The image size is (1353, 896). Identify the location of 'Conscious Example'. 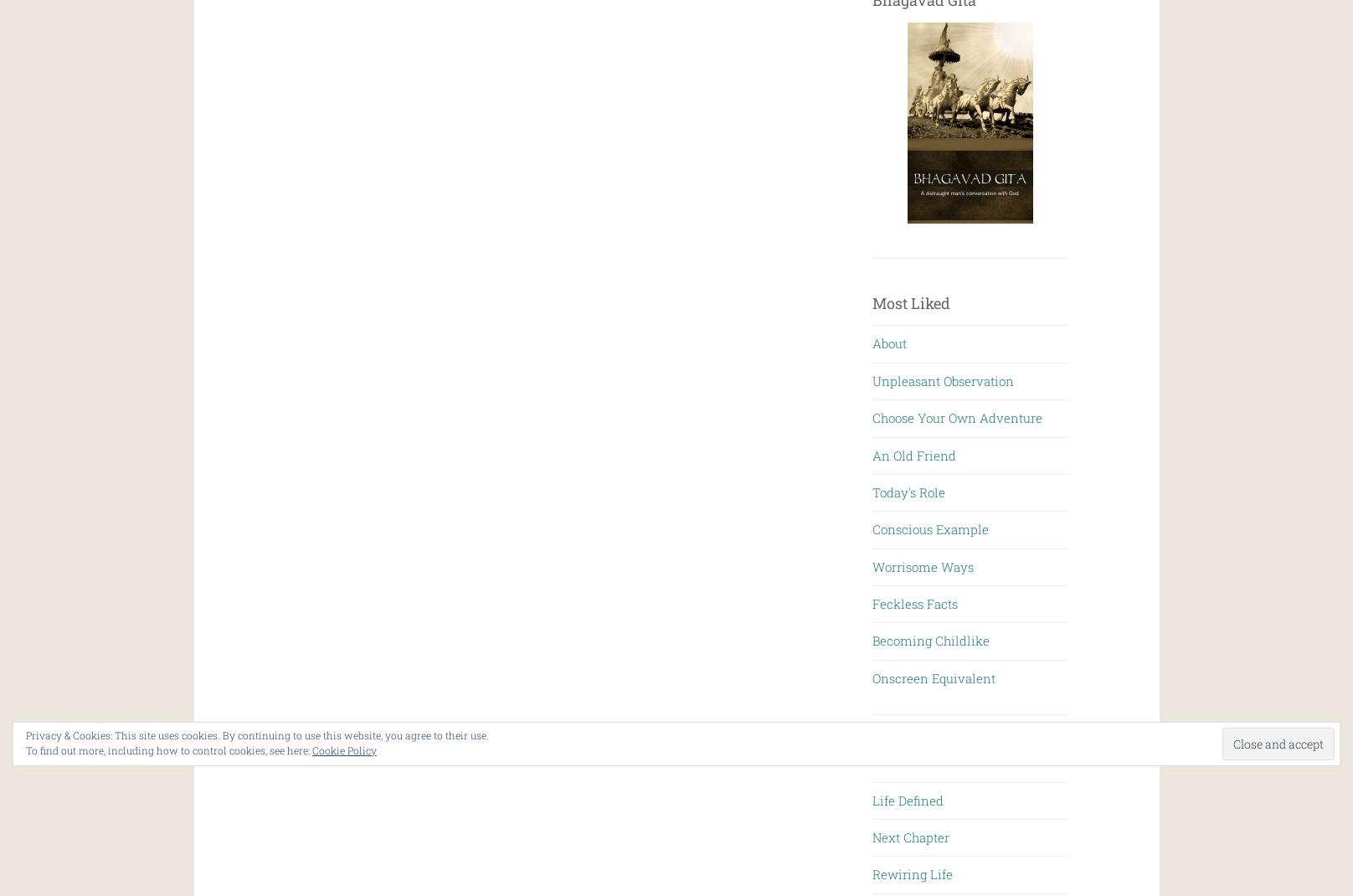
(930, 529).